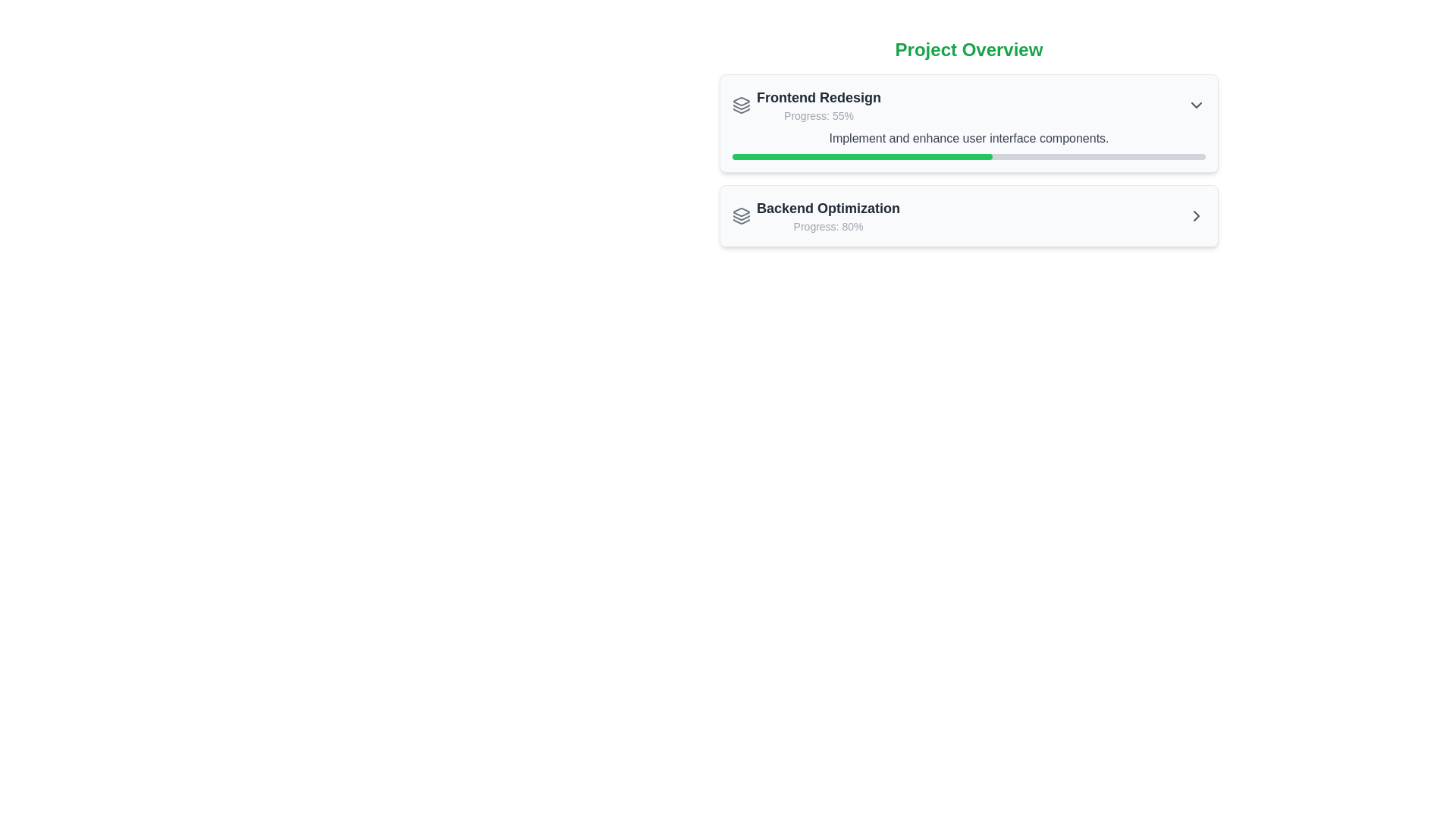  I want to click on the Text Label displaying 'Frontend Redesign' and 'Progress: 55%' located in the upper portion of the card under the 'Project Overview' section, so click(818, 104).